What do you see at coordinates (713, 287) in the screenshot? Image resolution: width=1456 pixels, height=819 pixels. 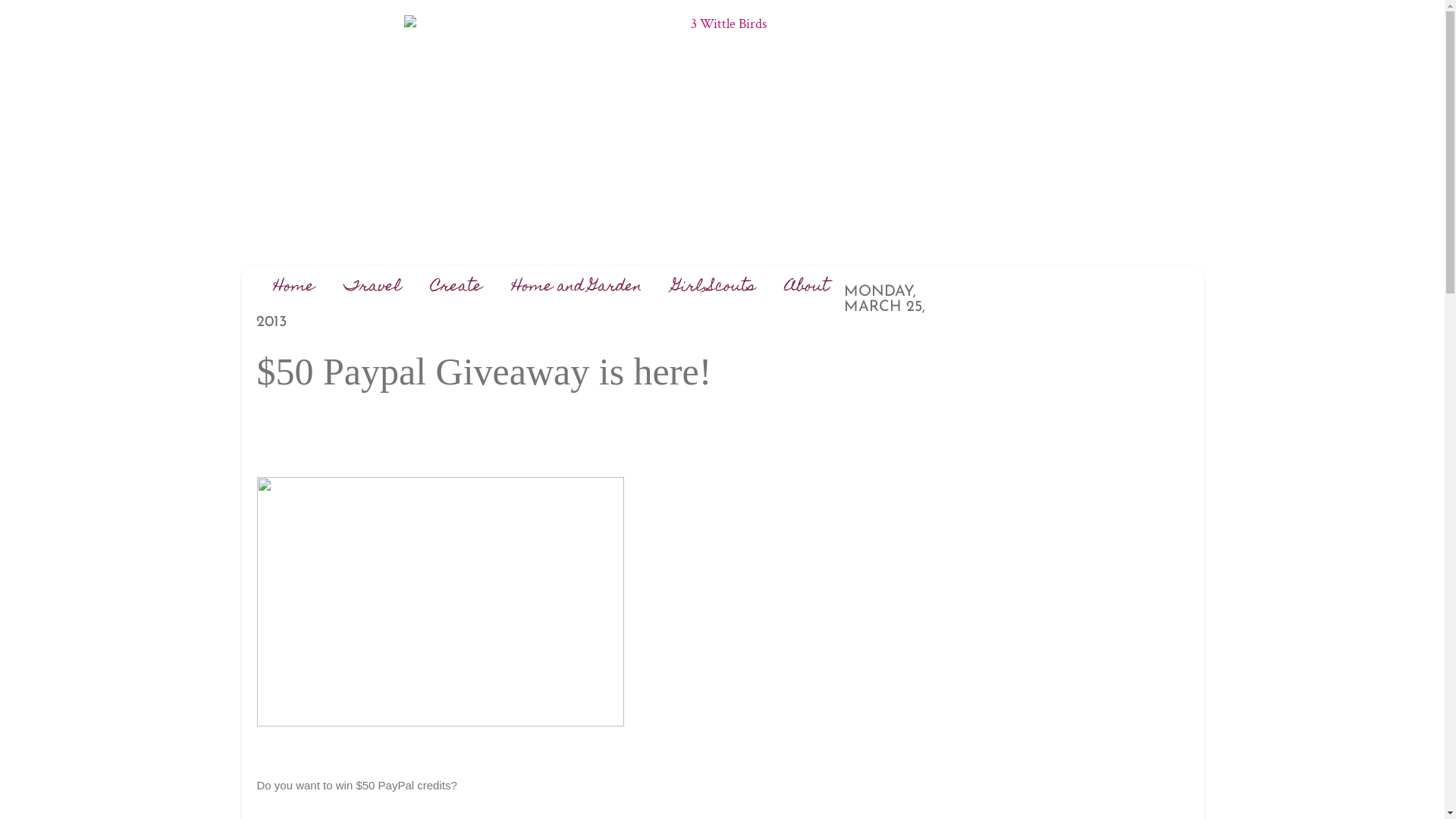 I see `'Girl Scouts'` at bounding box center [713, 287].